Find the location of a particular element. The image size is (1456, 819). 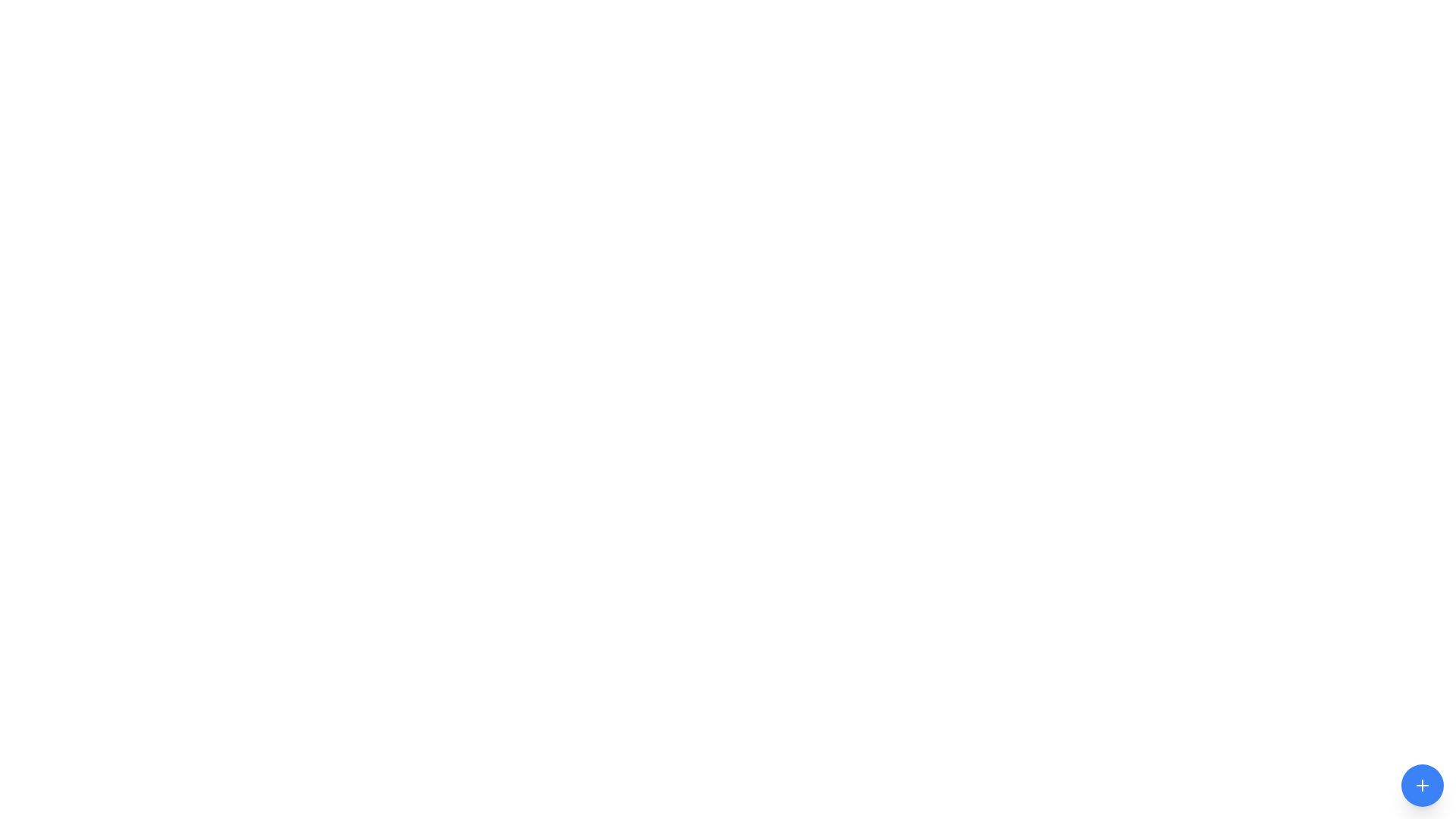

the circular blue button with a white plus icon in the bottom-right corner is located at coordinates (1422, 785).